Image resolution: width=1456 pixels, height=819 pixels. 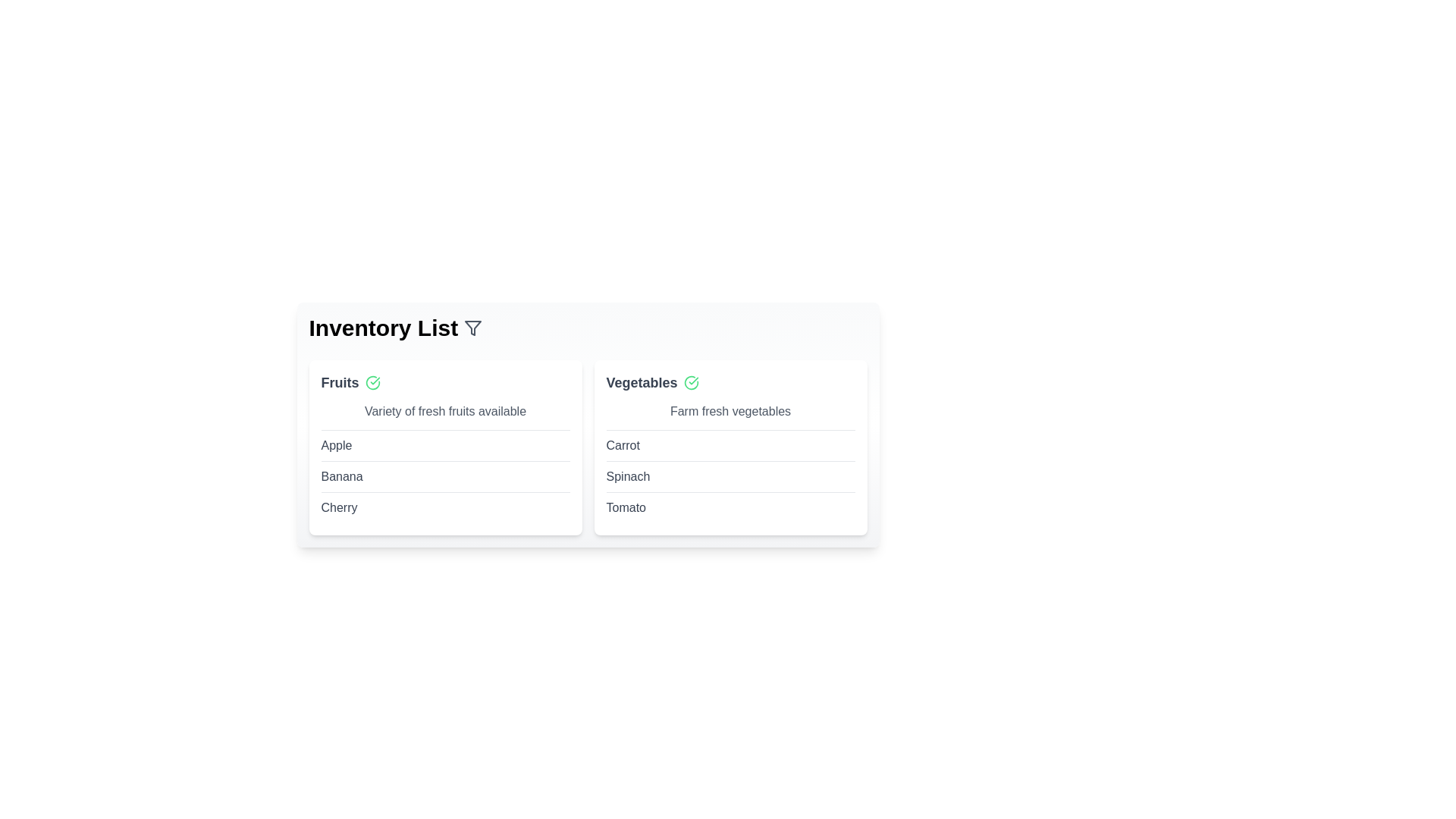 I want to click on the item Cherry to check for context menu options, so click(x=338, y=508).